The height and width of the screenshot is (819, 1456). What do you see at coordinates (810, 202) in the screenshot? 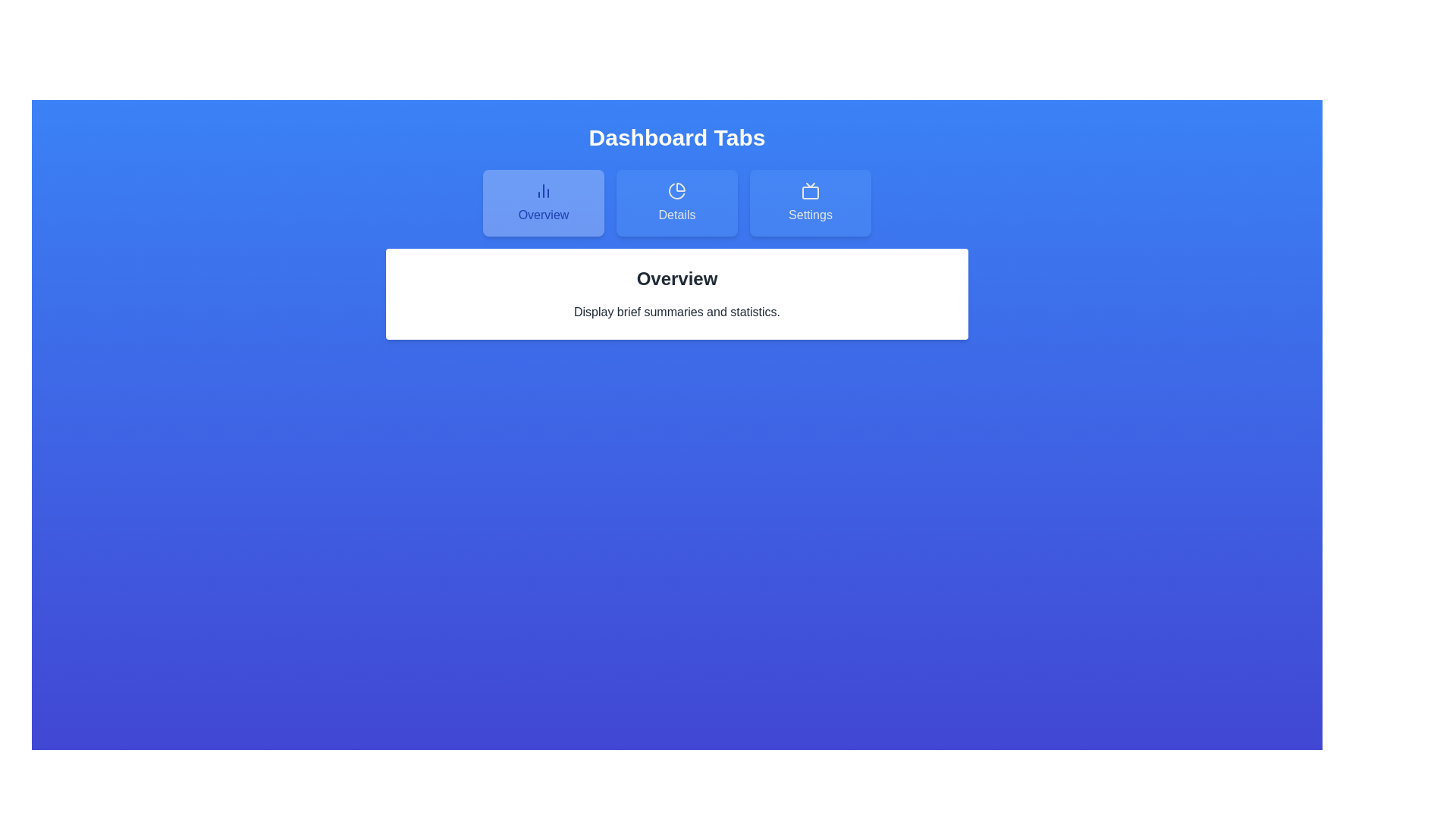
I see `the Settings tab by clicking on its button` at bounding box center [810, 202].